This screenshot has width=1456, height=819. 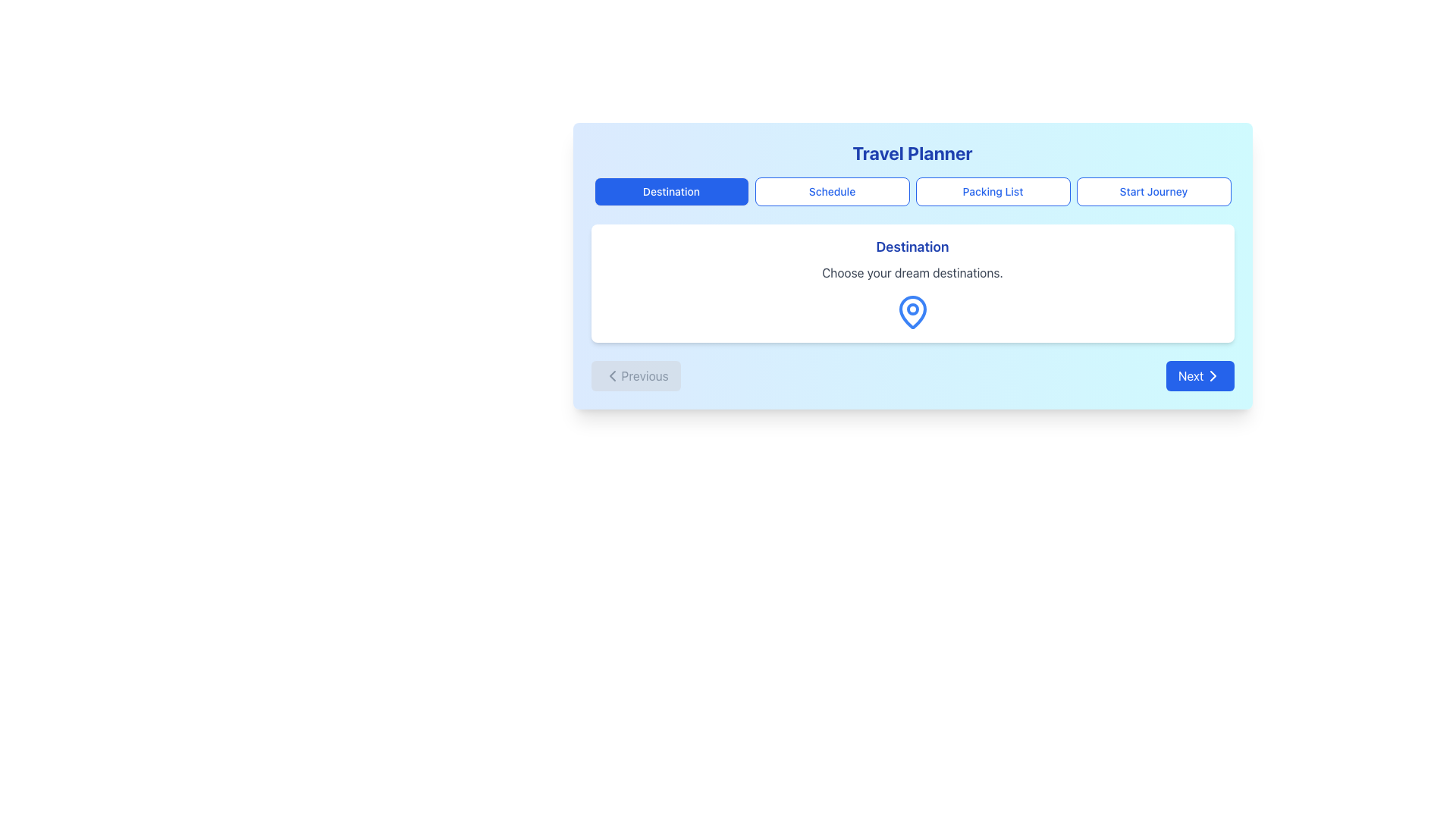 What do you see at coordinates (993, 191) in the screenshot?
I see `the 'Packing List' button, which is the third button in the set of four buttons aligned horizontally, featuring a blue text on a white background with a blue border, to interact with potential hover effects` at bounding box center [993, 191].